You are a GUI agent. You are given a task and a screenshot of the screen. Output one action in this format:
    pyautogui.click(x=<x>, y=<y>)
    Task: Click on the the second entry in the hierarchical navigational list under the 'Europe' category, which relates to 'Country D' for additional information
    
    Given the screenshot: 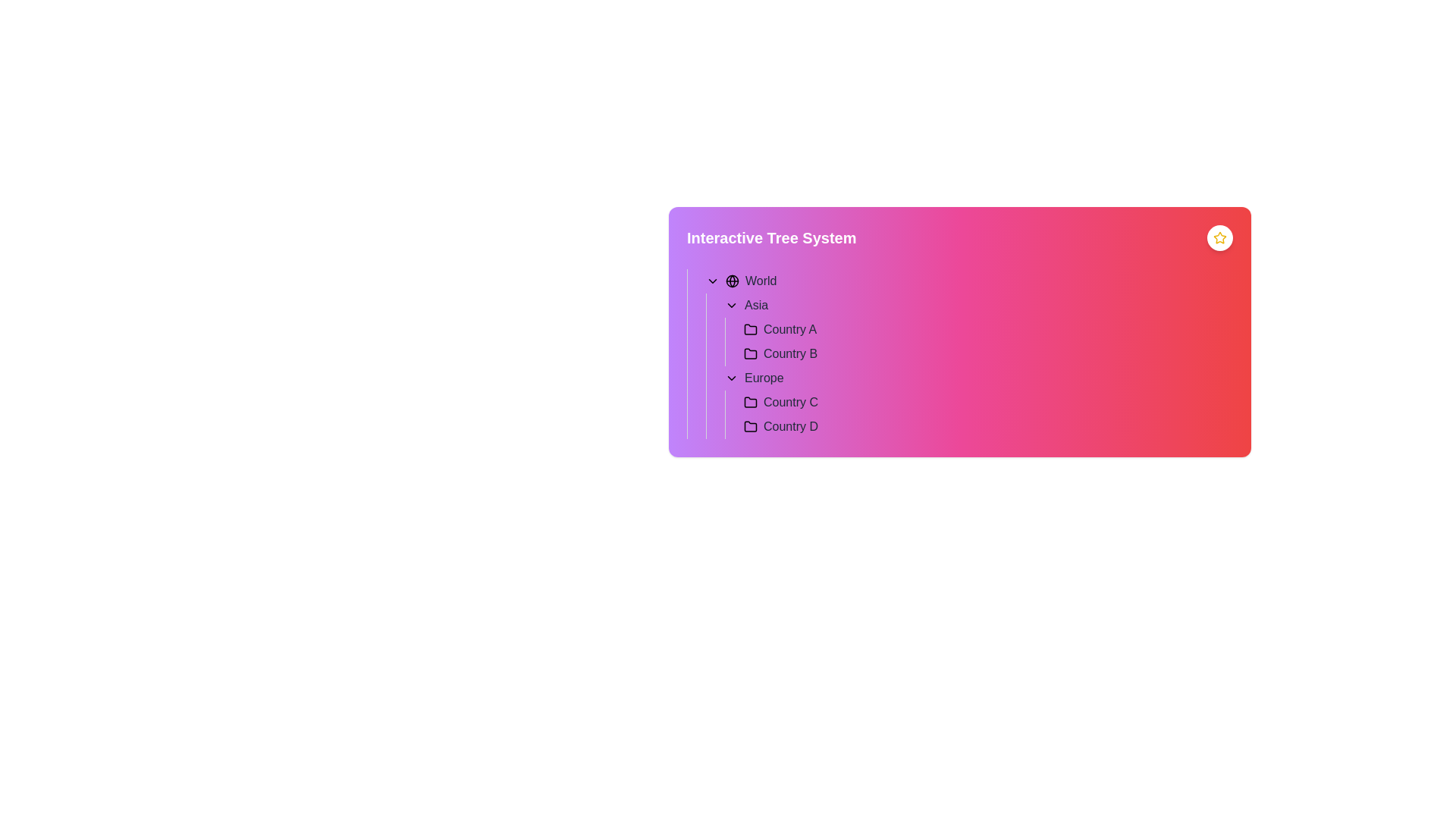 What is the action you would take?
    pyautogui.click(x=979, y=427)
    